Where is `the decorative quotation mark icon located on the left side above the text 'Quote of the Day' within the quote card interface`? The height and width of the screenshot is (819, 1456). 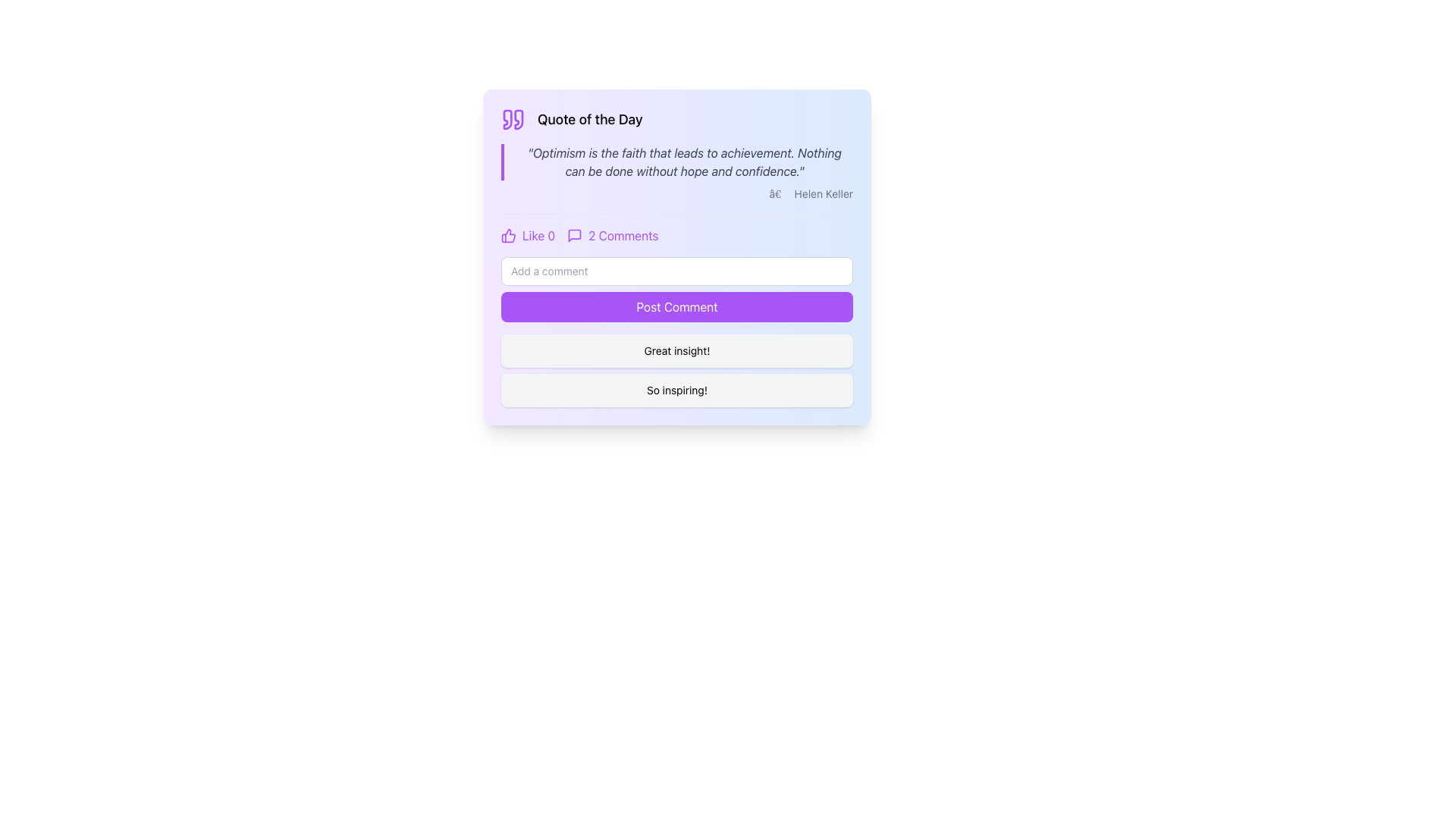 the decorative quotation mark icon located on the left side above the text 'Quote of the Day' within the quote card interface is located at coordinates (507, 119).